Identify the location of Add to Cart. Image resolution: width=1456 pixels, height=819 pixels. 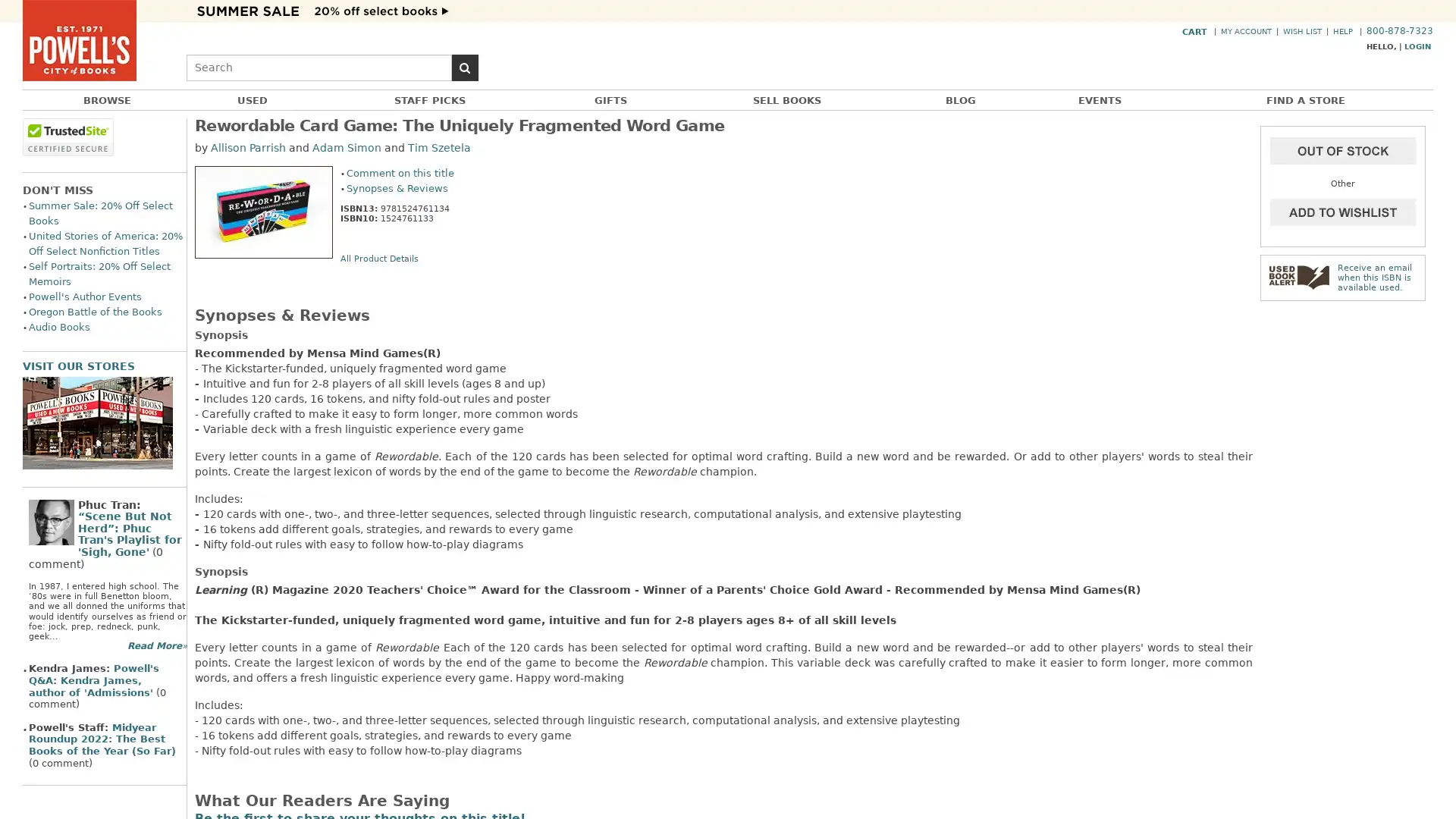
(1343, 149).